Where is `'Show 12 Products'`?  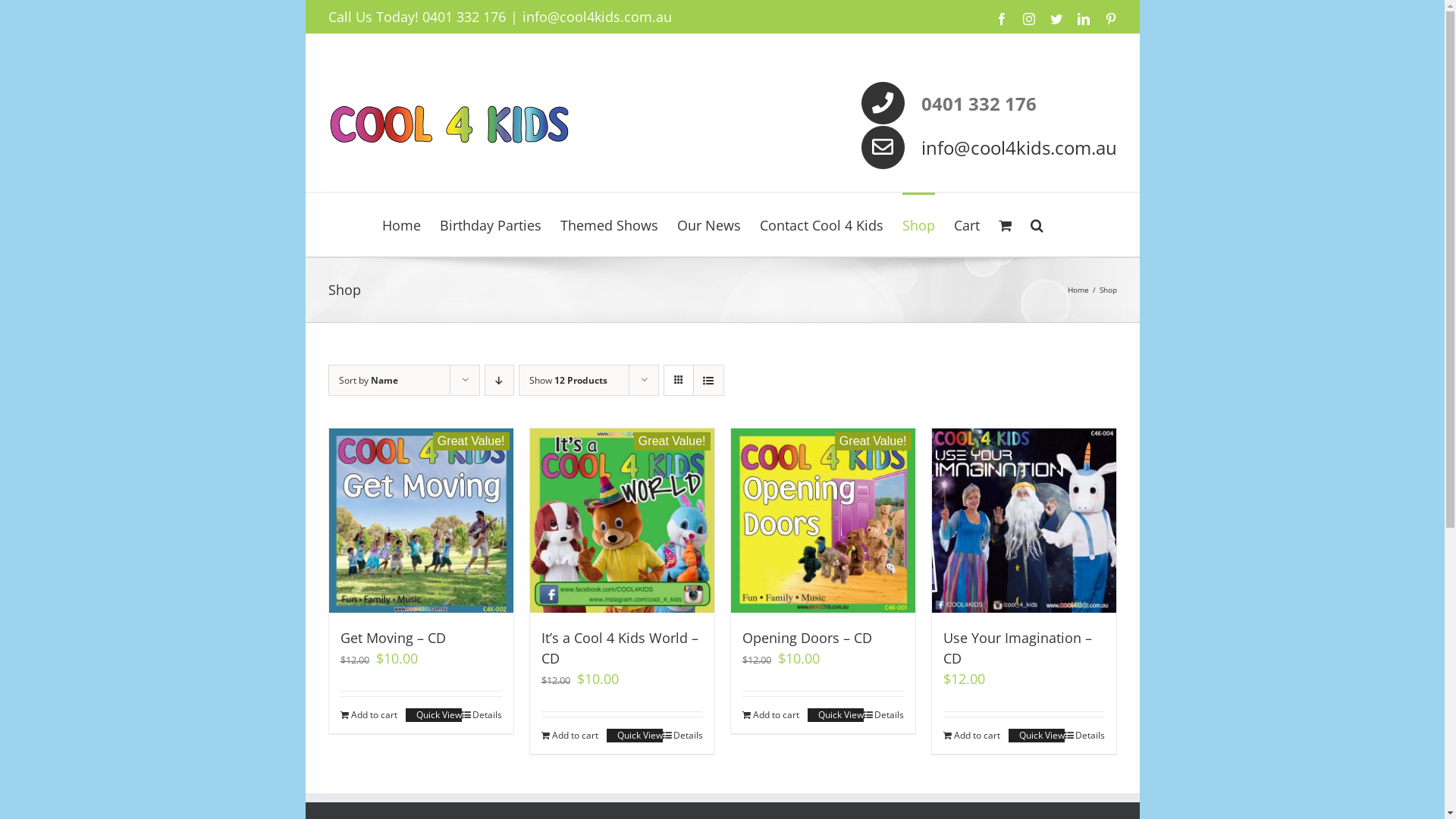
'Show 12 Products' is located at coordinates (529, 379).